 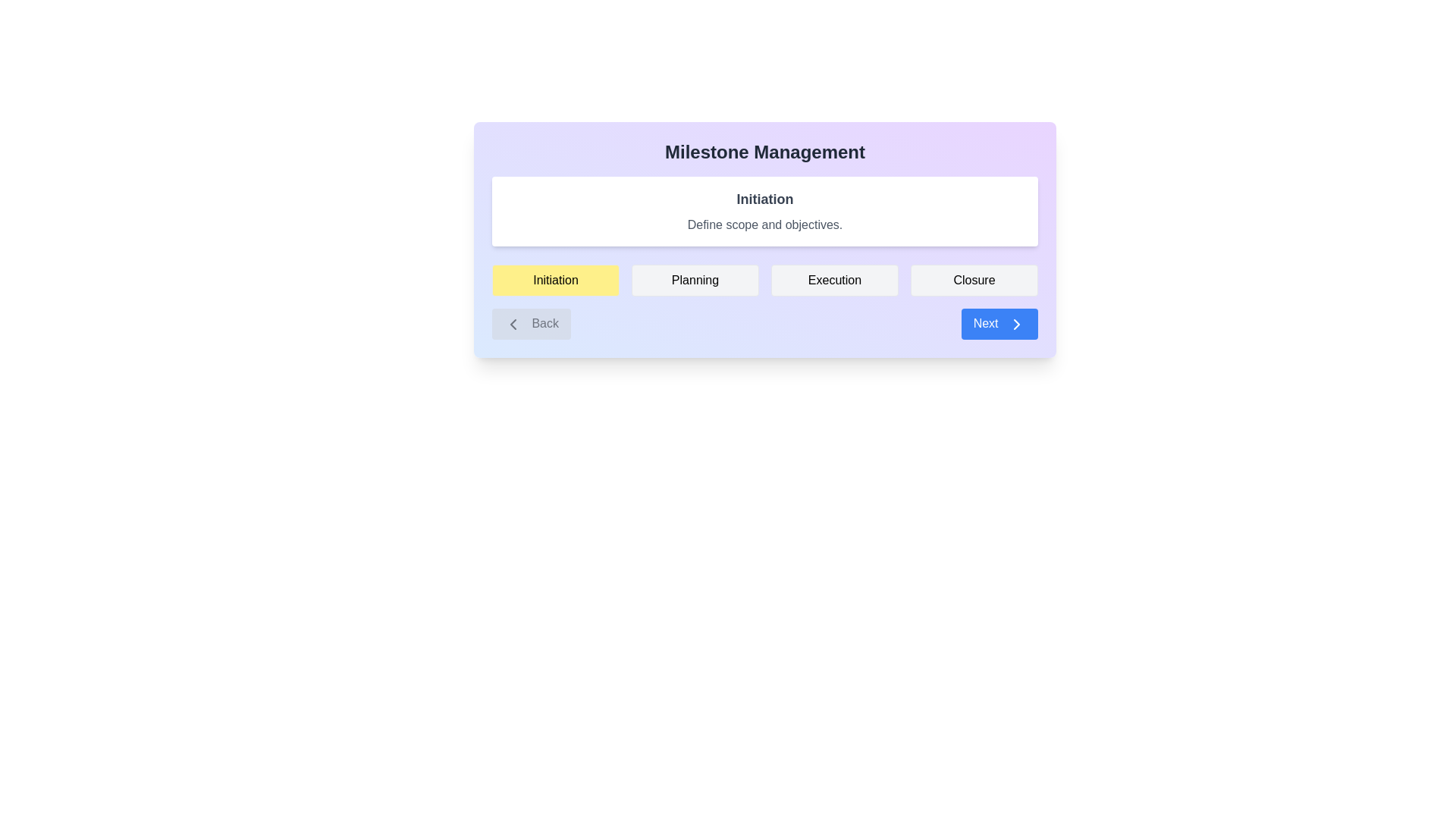 I want to click on text label that serves as the heading for the current stage in the milestone management interface, located at the center of the white rectangular section below the 'Milestone Management' title, so click(x=764, y=198).